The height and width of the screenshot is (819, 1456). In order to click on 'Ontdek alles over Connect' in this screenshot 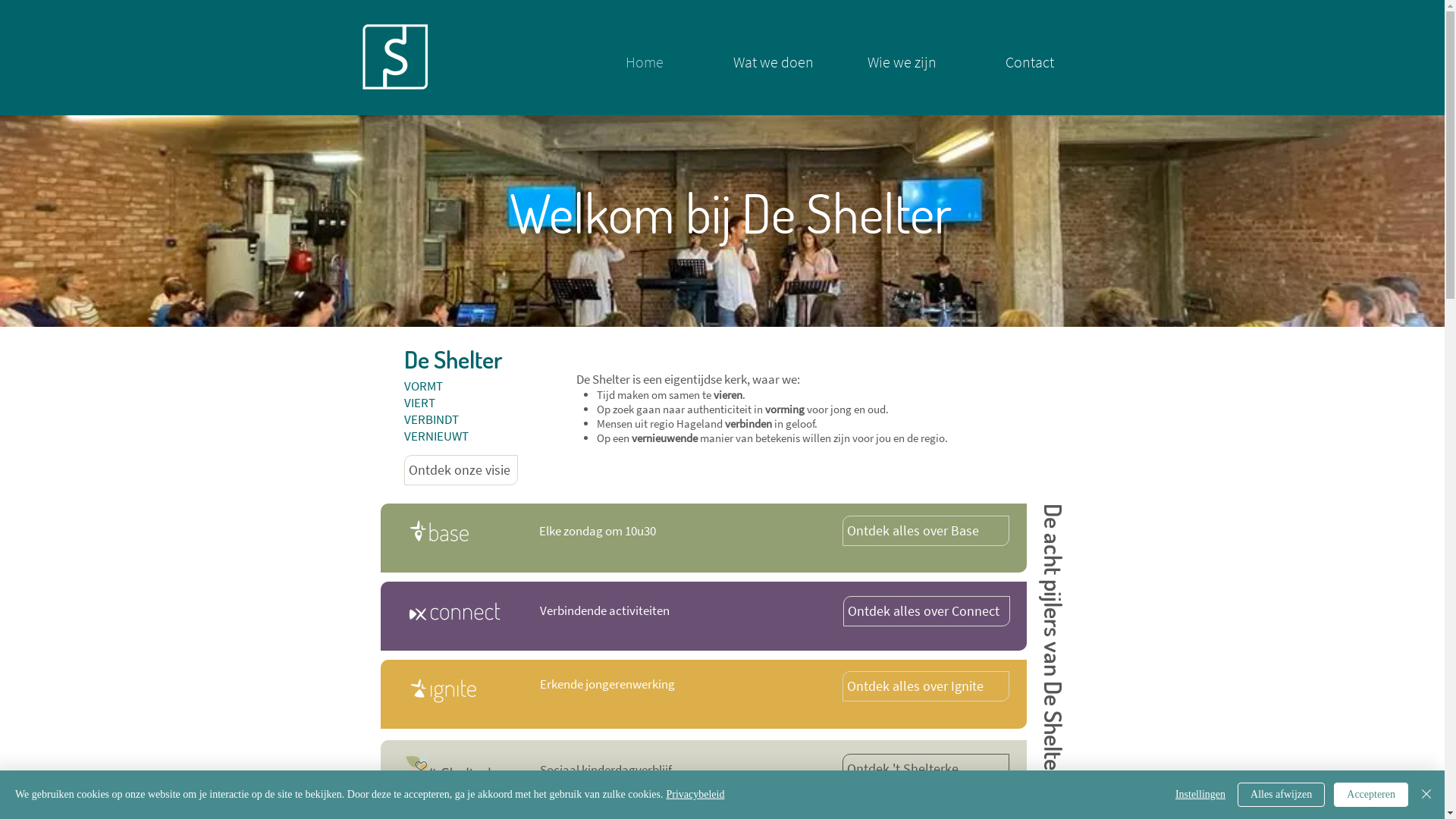, I will do `click(926, 610)`.